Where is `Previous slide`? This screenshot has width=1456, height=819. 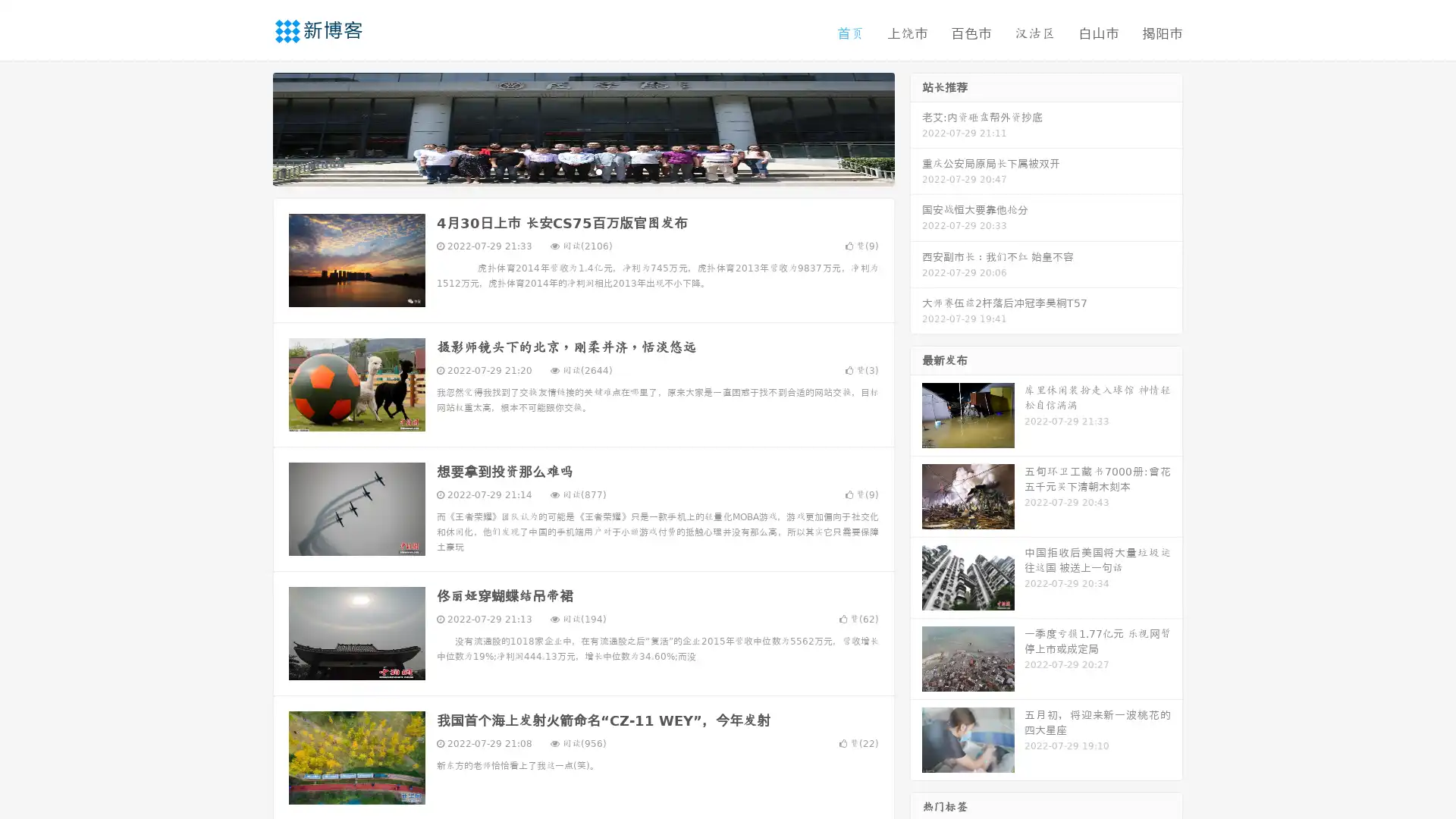
Previous slide is located at coordinates (250, 127).